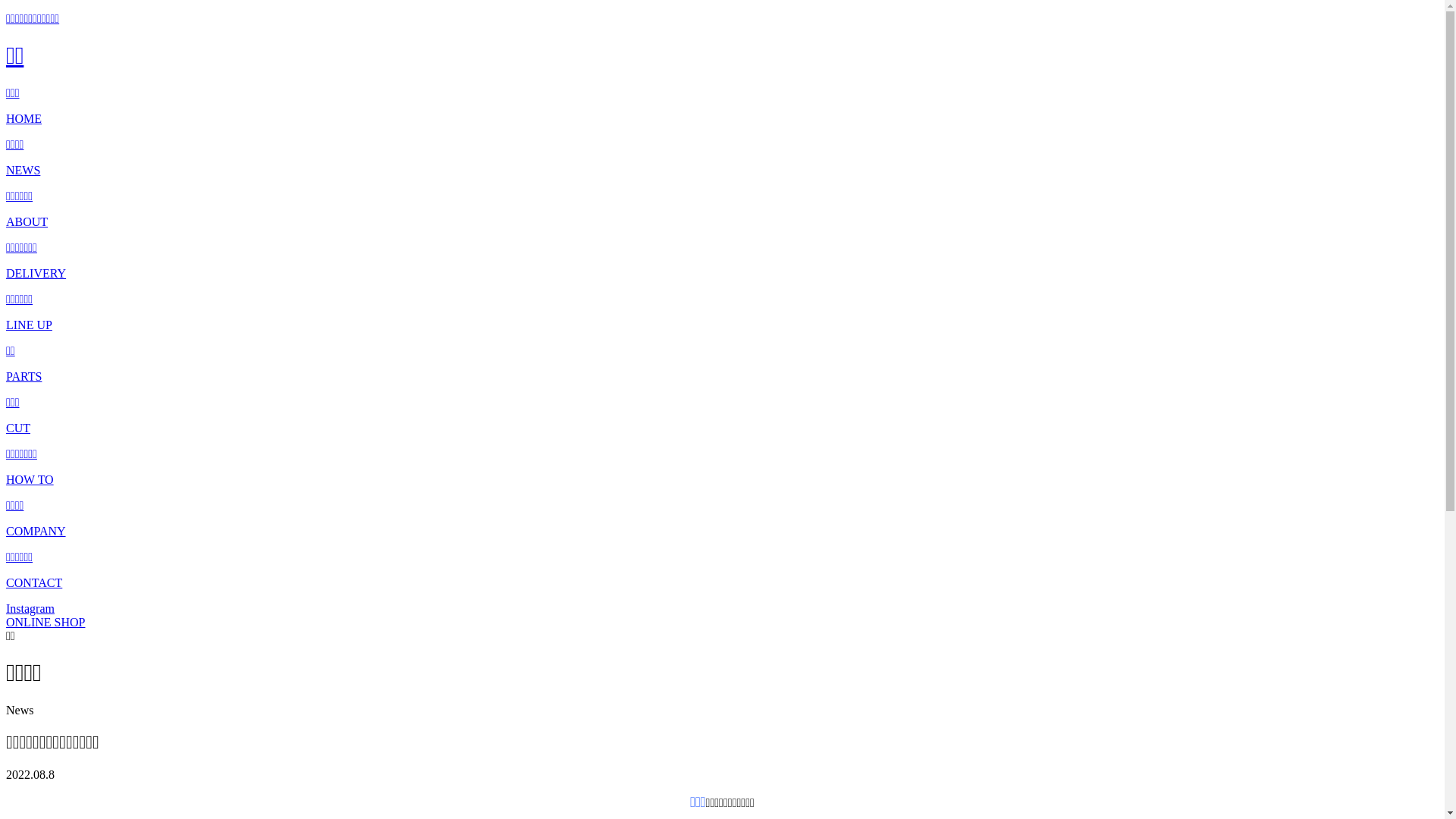  I want to click on 'ONLINE SHOP', so click(45, 622).